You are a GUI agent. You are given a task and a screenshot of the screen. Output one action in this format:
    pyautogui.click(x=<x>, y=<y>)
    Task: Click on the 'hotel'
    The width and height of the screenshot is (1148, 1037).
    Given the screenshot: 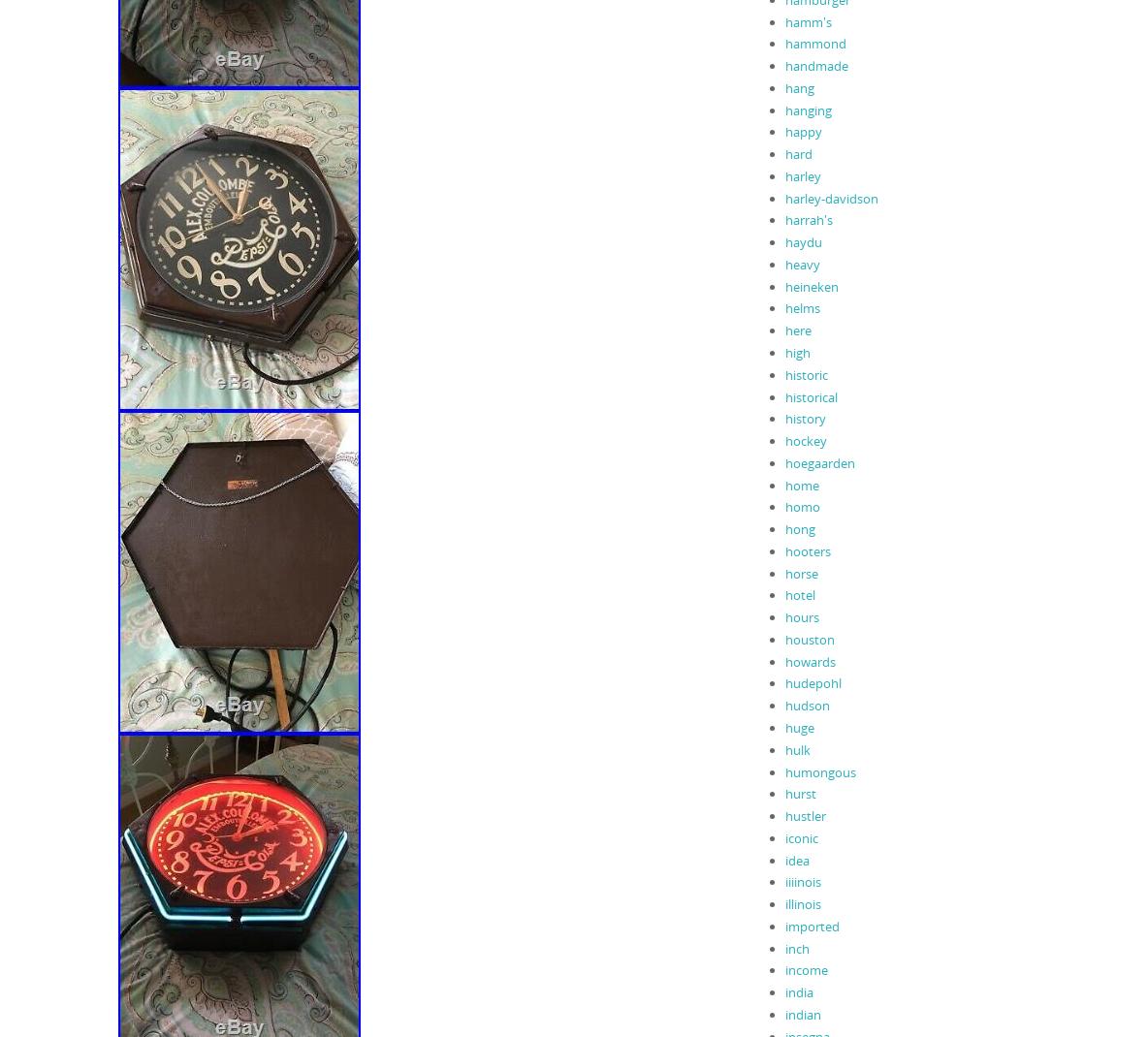 What is the action you would take?
    pyautogui.click(x=799, y=593)
    